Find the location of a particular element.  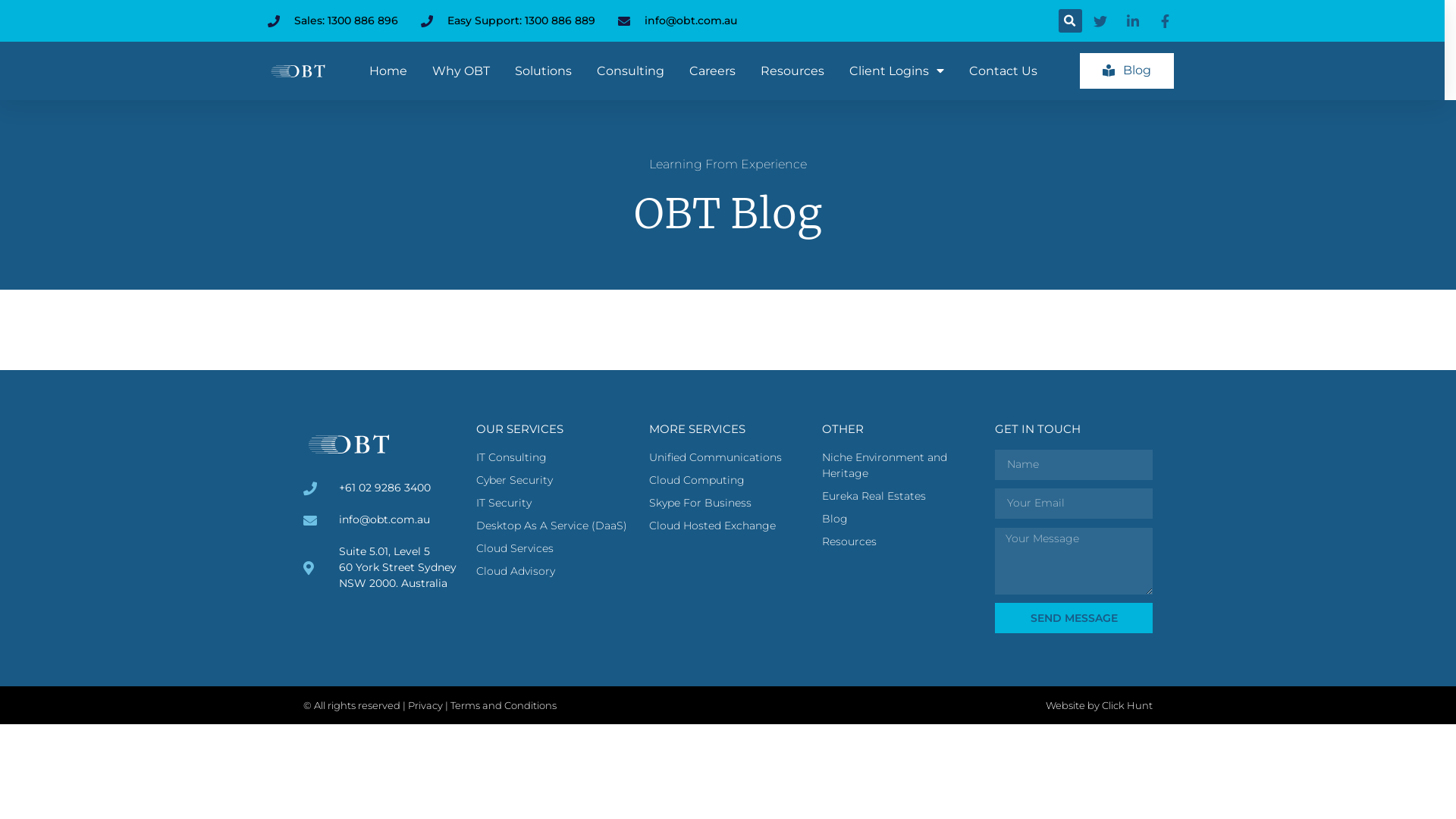

'Terms and Conditions' is located at coordinates (503, 704).